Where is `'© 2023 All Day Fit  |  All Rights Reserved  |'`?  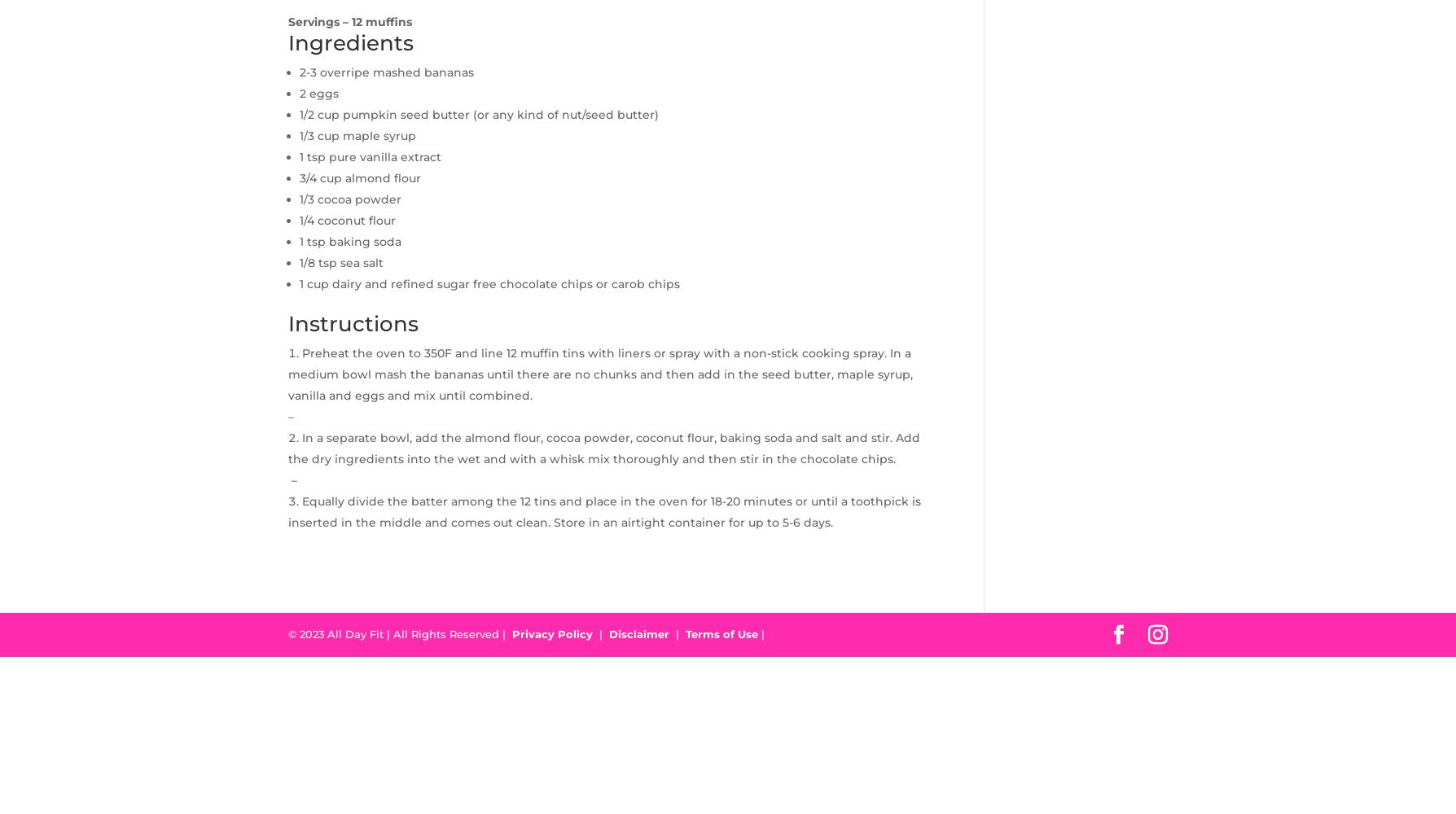 '© 2023 All Day Fit  |  All Rights Reserved  |' is located at coordinates (400, 633).